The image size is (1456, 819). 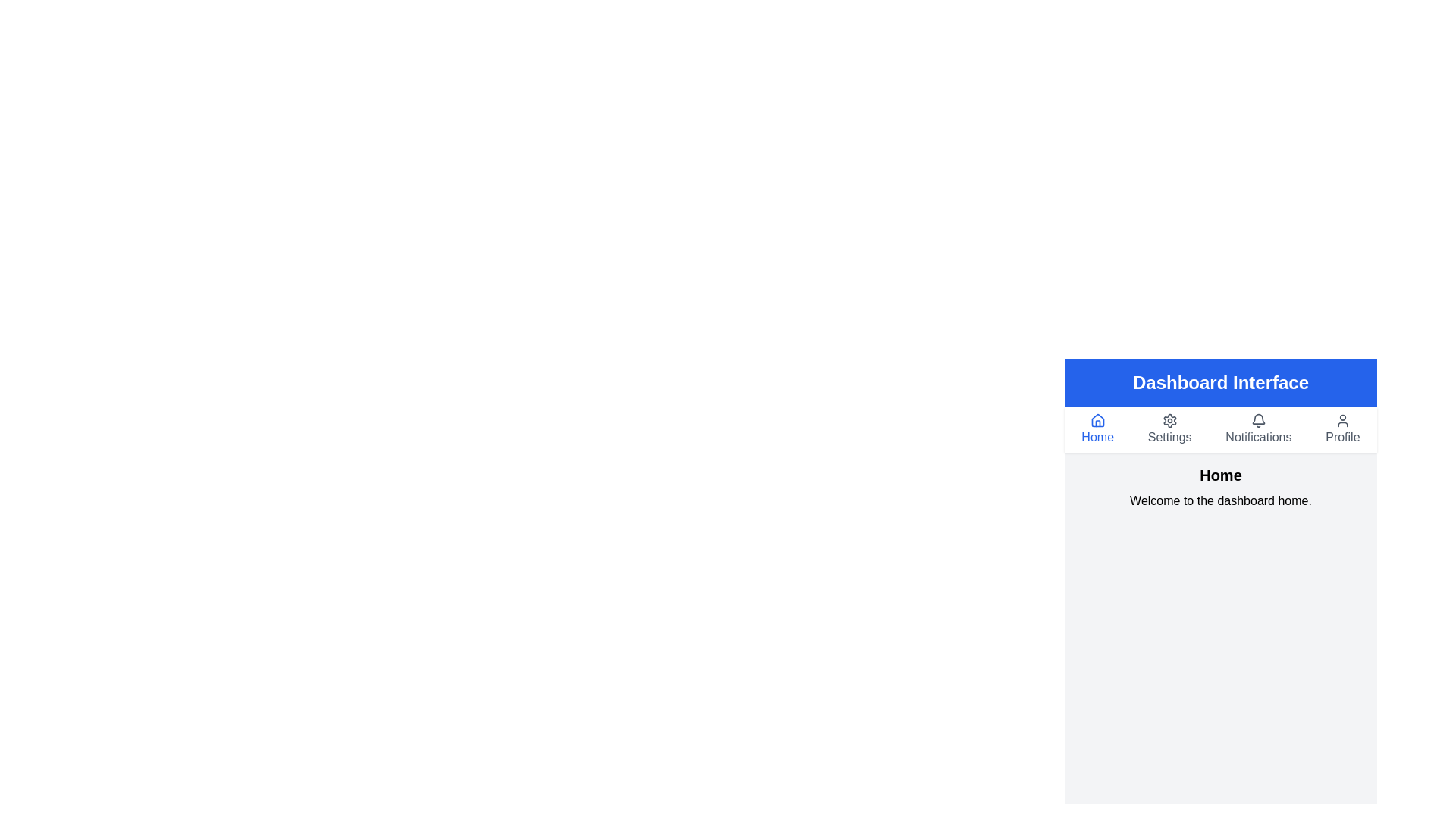 I want to click on the house icon located in the Home navigation button at the top left of the interface, so click(x=1097, y=421).